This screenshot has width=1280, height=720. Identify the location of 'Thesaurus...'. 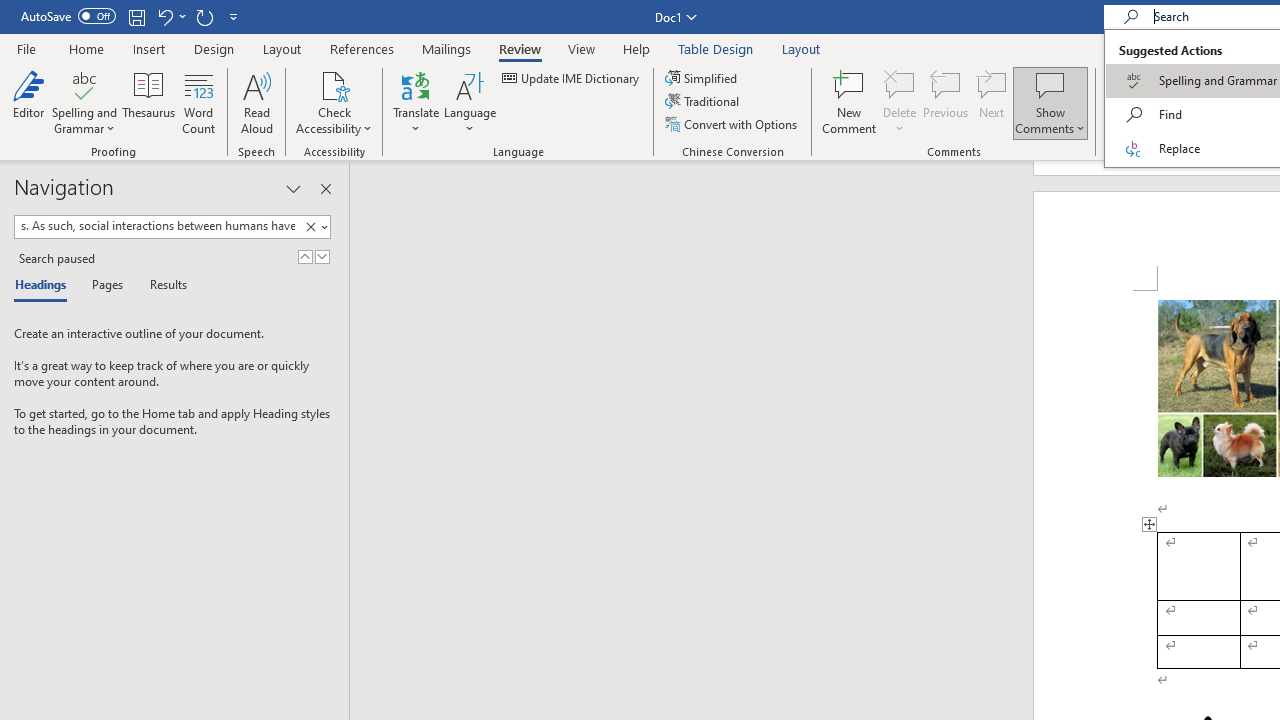
(148, 103).